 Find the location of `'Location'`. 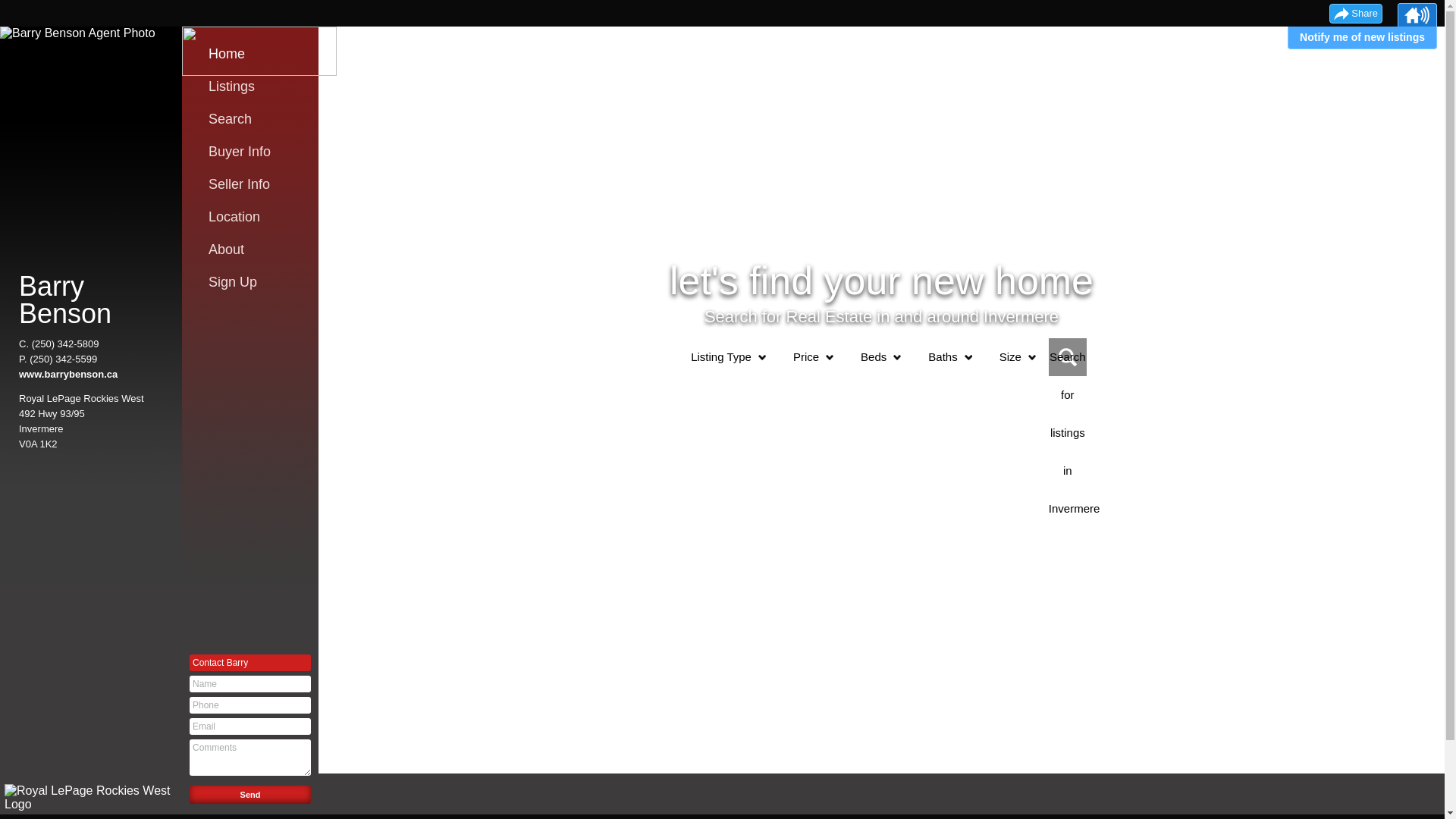

'Location' is located at coordinates (254, 216).